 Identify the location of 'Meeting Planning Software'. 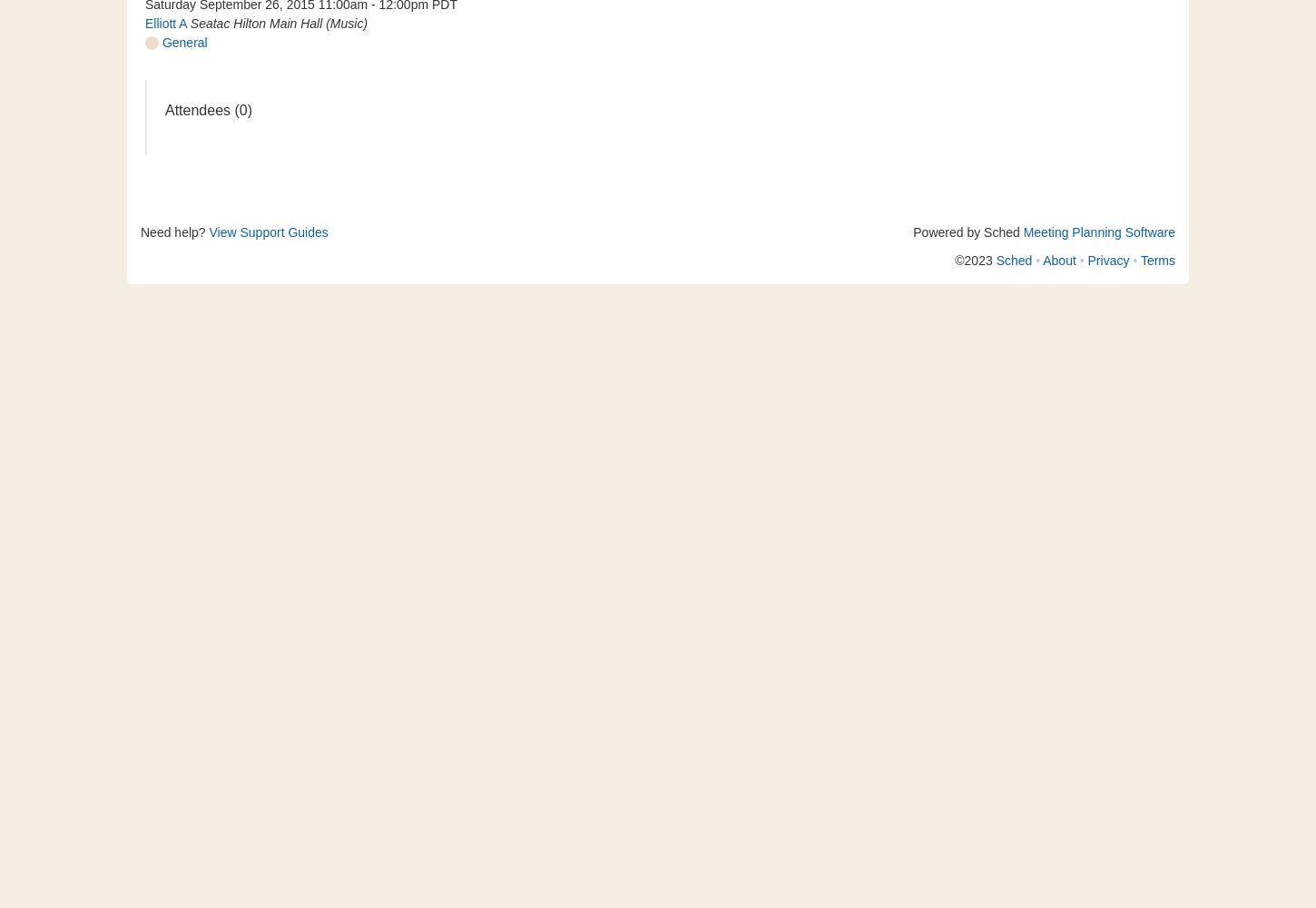
(1021, 232).